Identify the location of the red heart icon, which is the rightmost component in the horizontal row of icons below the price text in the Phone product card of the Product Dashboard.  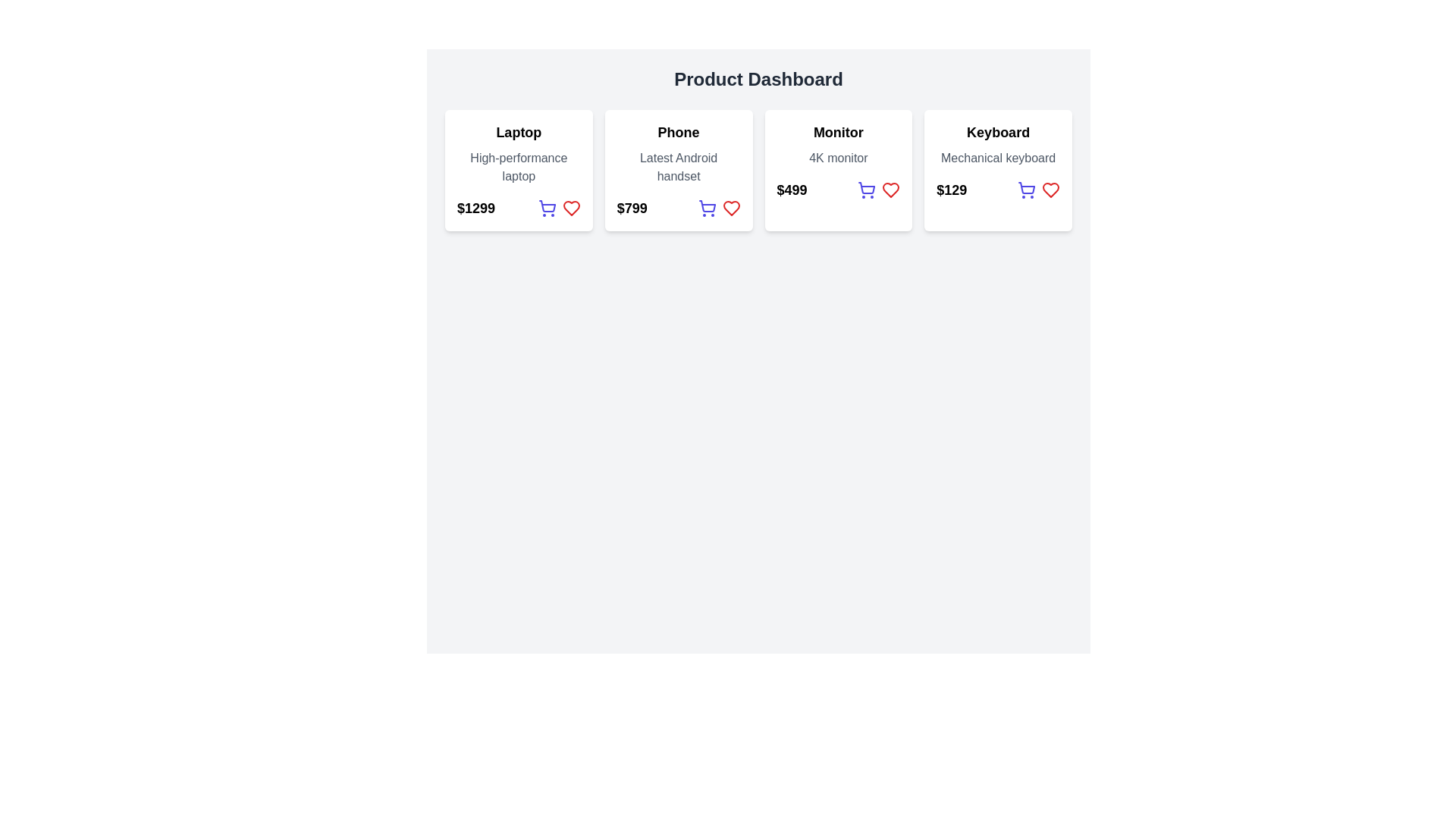
(731, 208).